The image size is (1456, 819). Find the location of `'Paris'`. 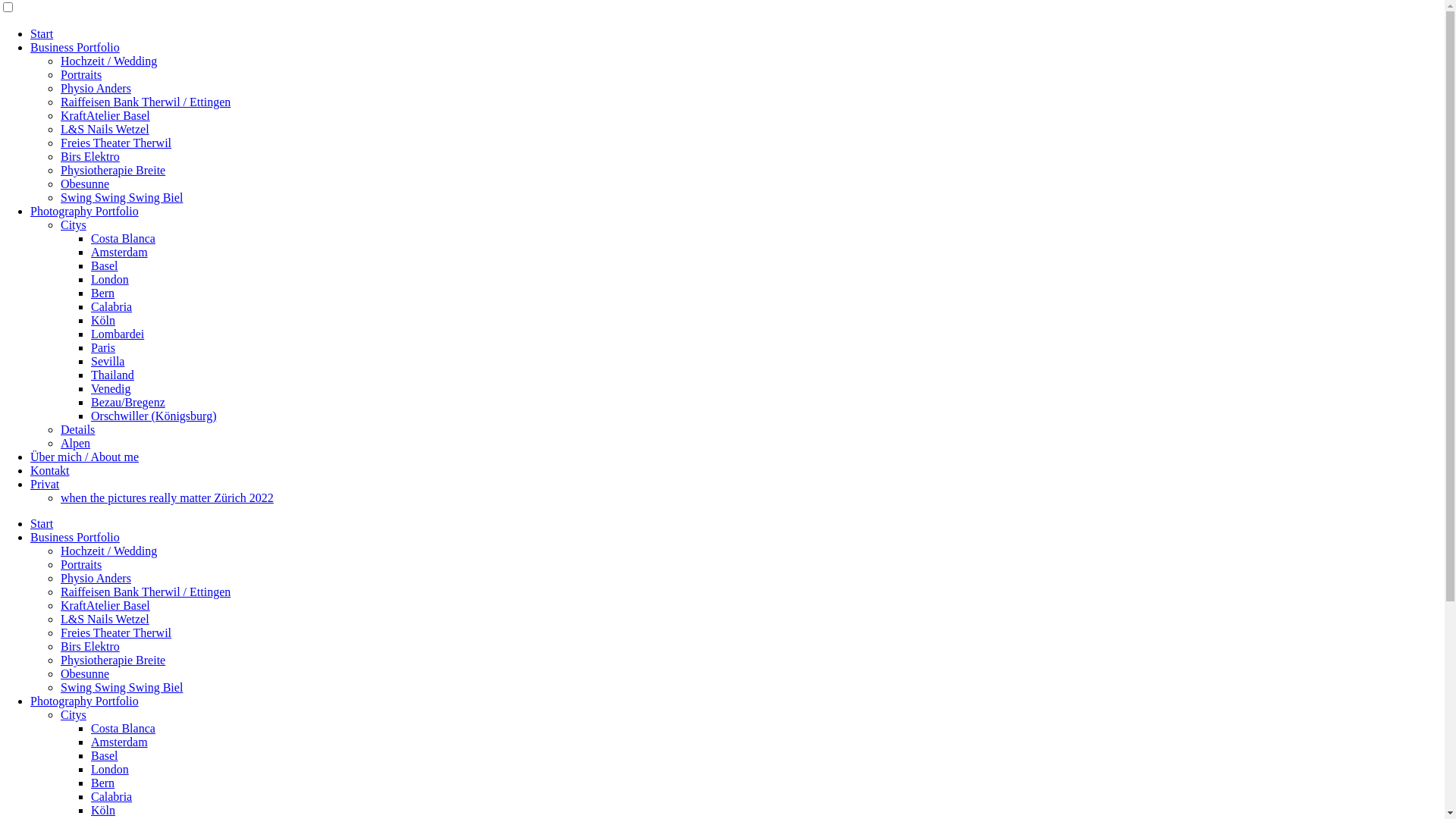

'Paris' is located at coordinates (102, 347).